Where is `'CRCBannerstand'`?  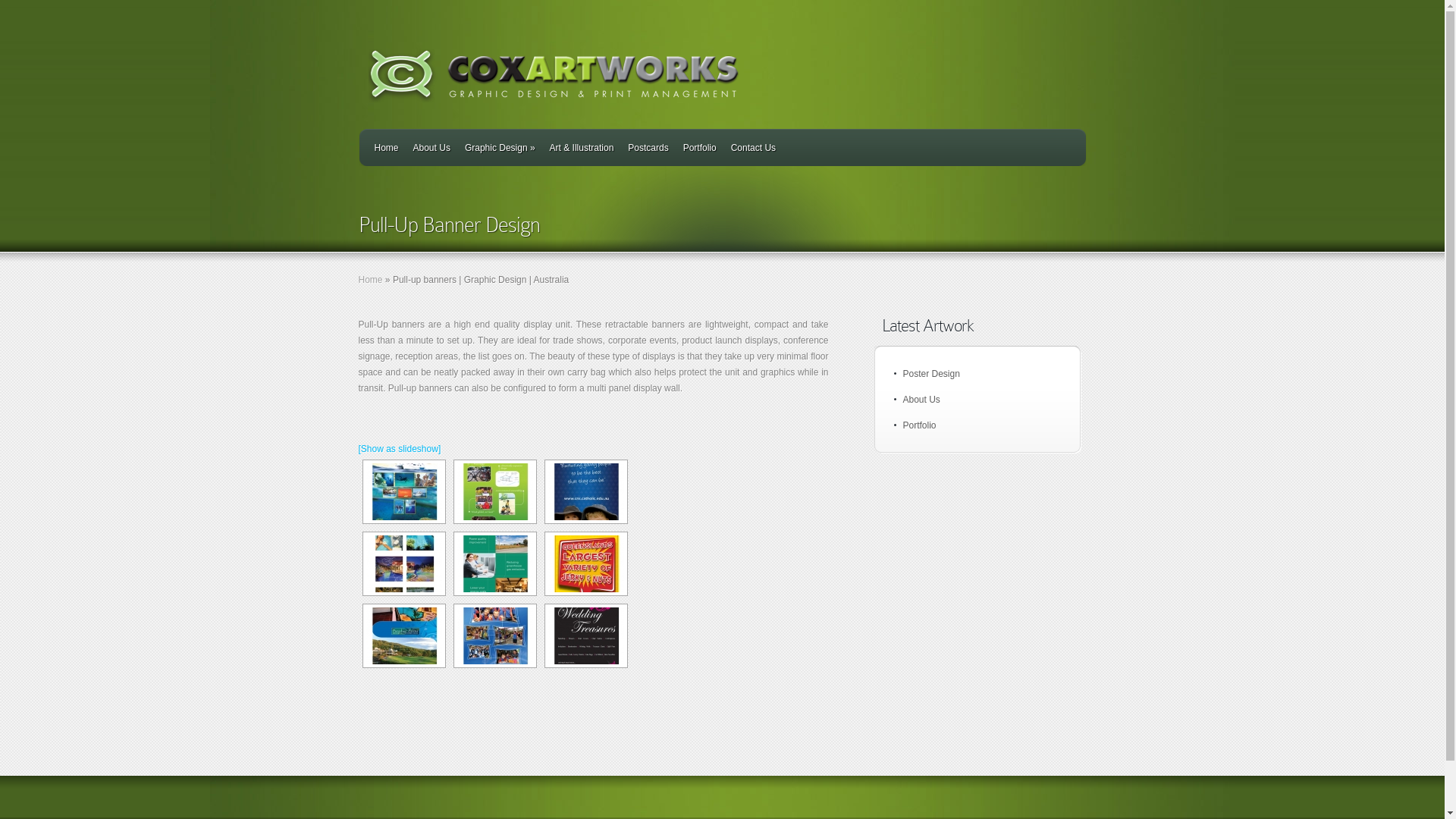
'CRCBannerstand' is located at coordinates (494, 491).